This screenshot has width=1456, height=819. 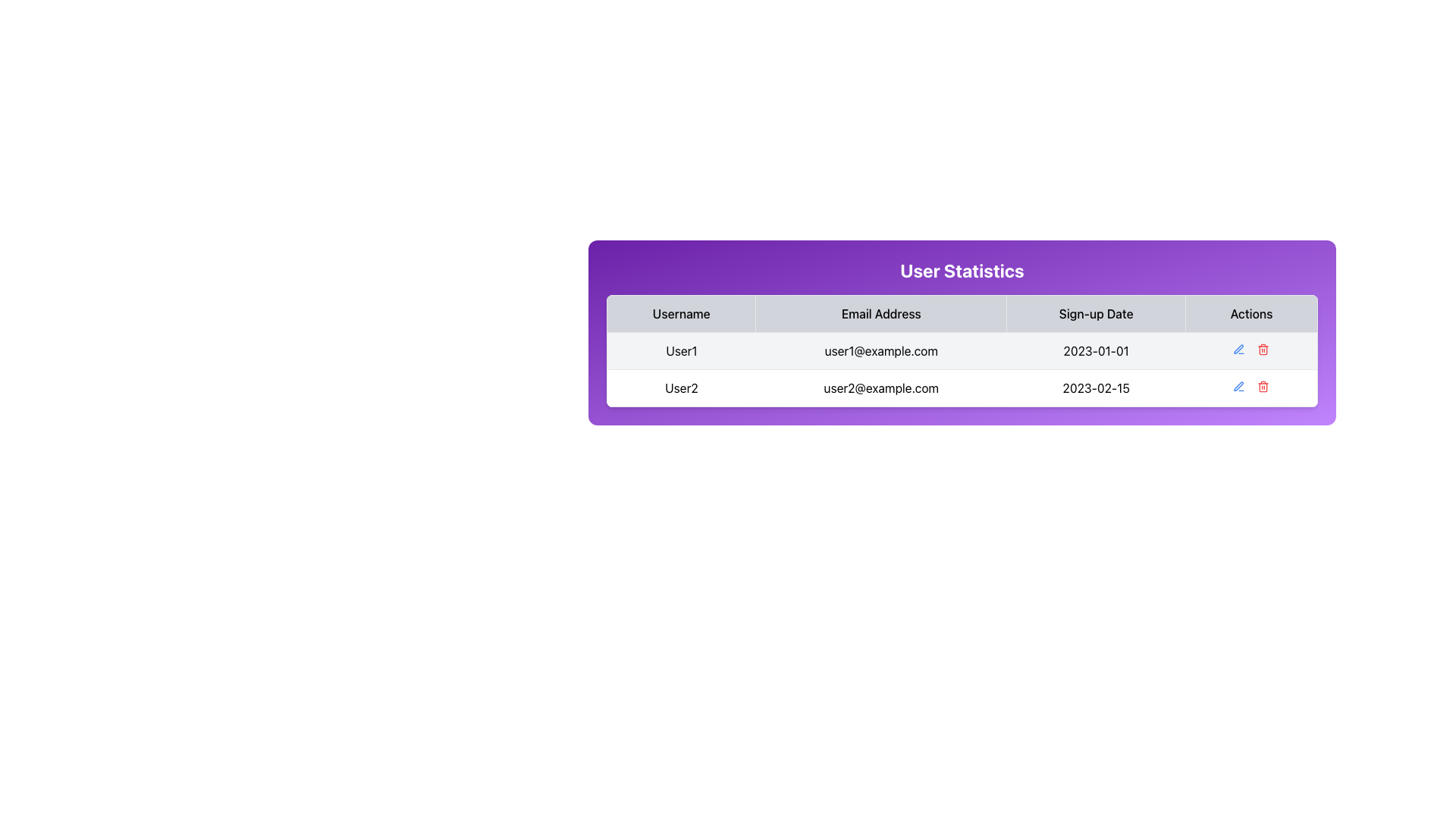 I want to click on the 'Username' Table Header Cell, so click(x=680, y=312).